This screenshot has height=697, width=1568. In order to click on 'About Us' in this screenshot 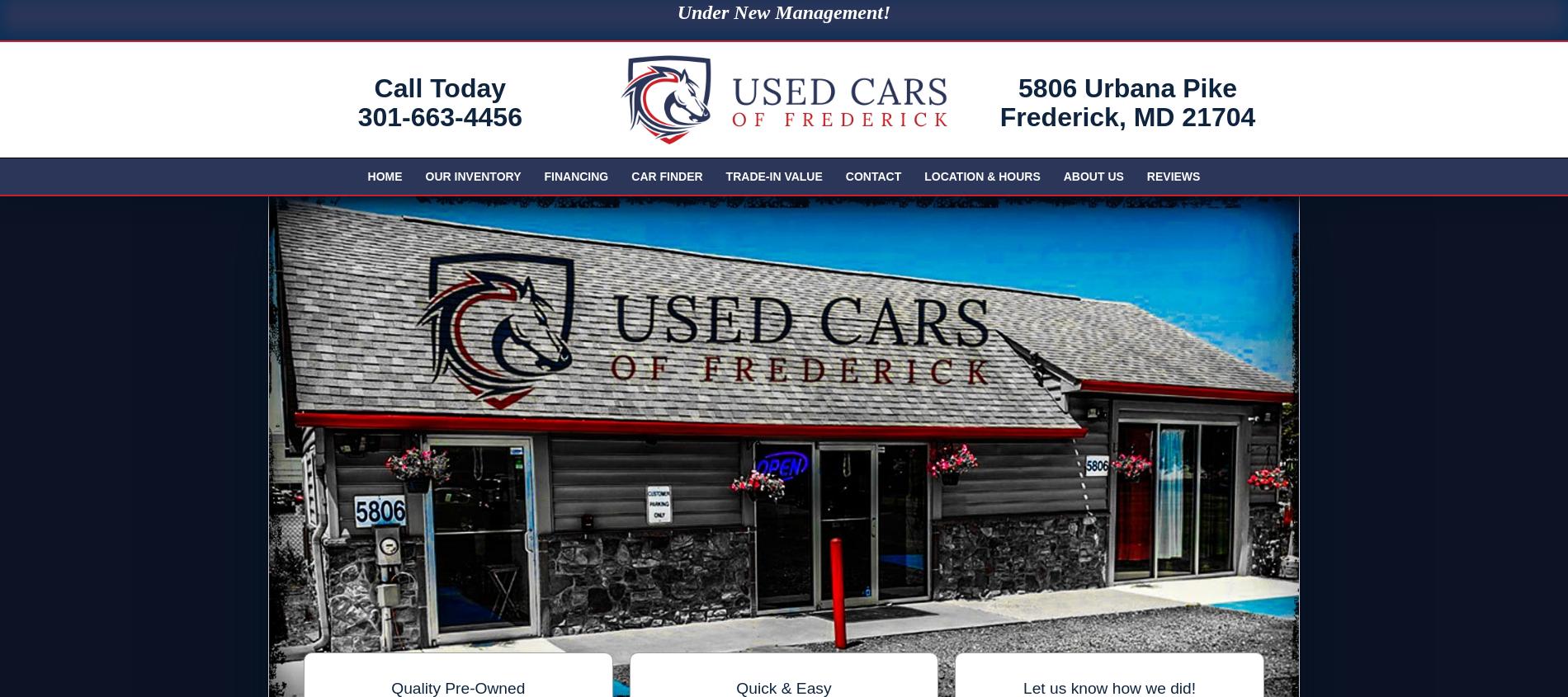, I will do `click(1092, 176)`.